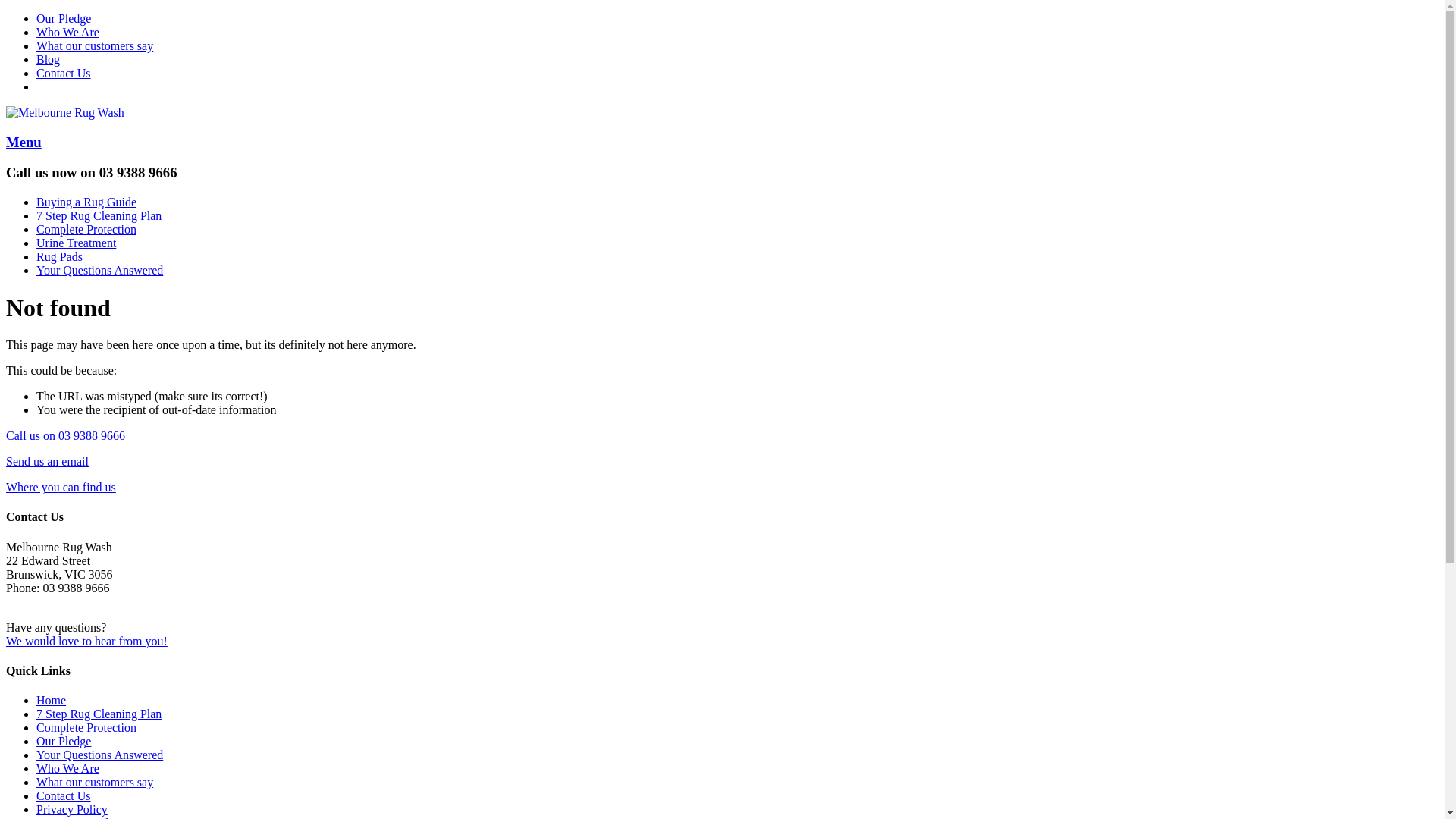 This screenshot has width=1456, height=819. What do you see at coordinates (71, 808) in the screenshot?
I see `'Privacy Policy'` at bounding box center [71, 808].